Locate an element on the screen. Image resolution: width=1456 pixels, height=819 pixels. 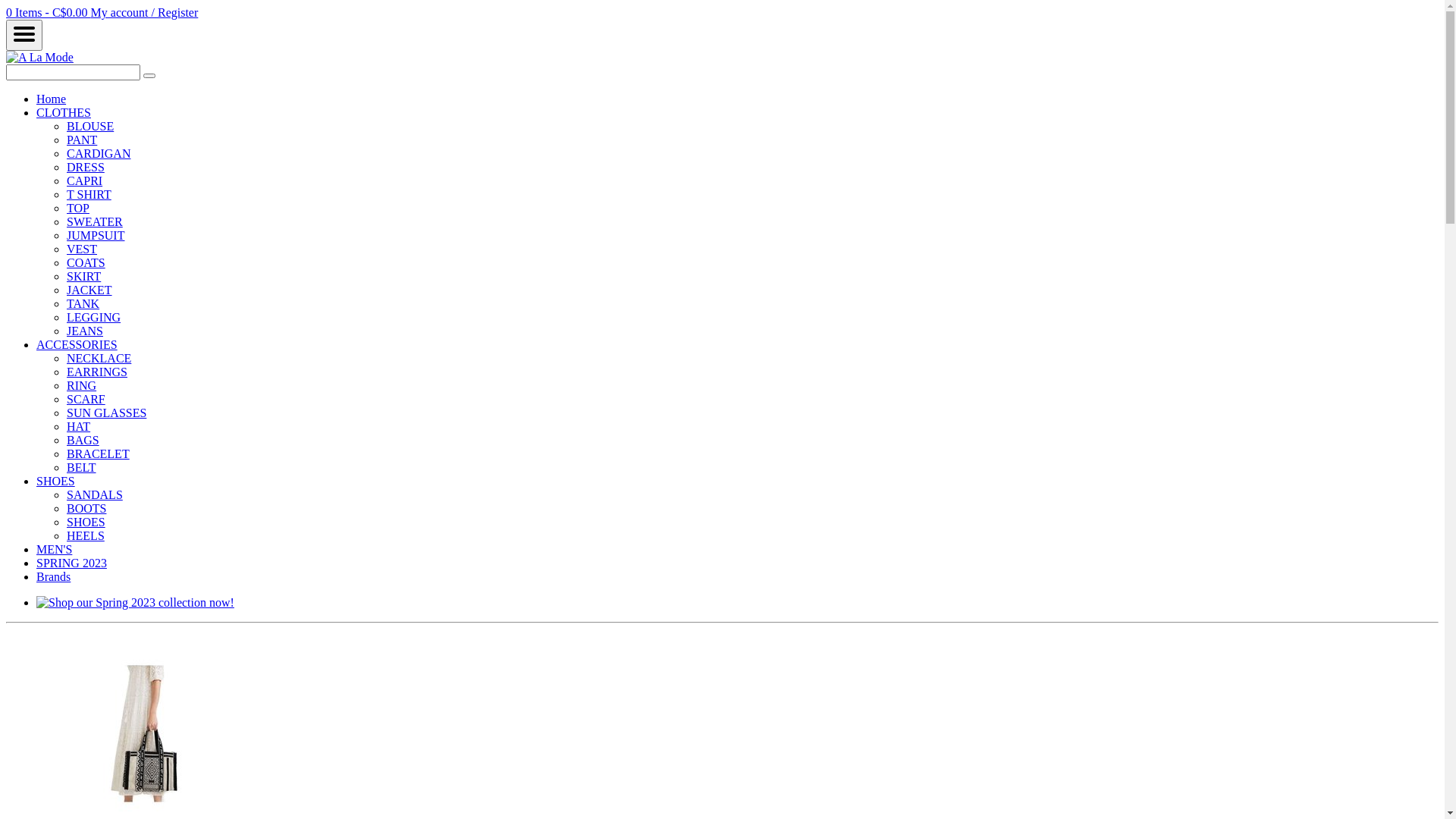
'BELT' is located at coordinates (65, 466).